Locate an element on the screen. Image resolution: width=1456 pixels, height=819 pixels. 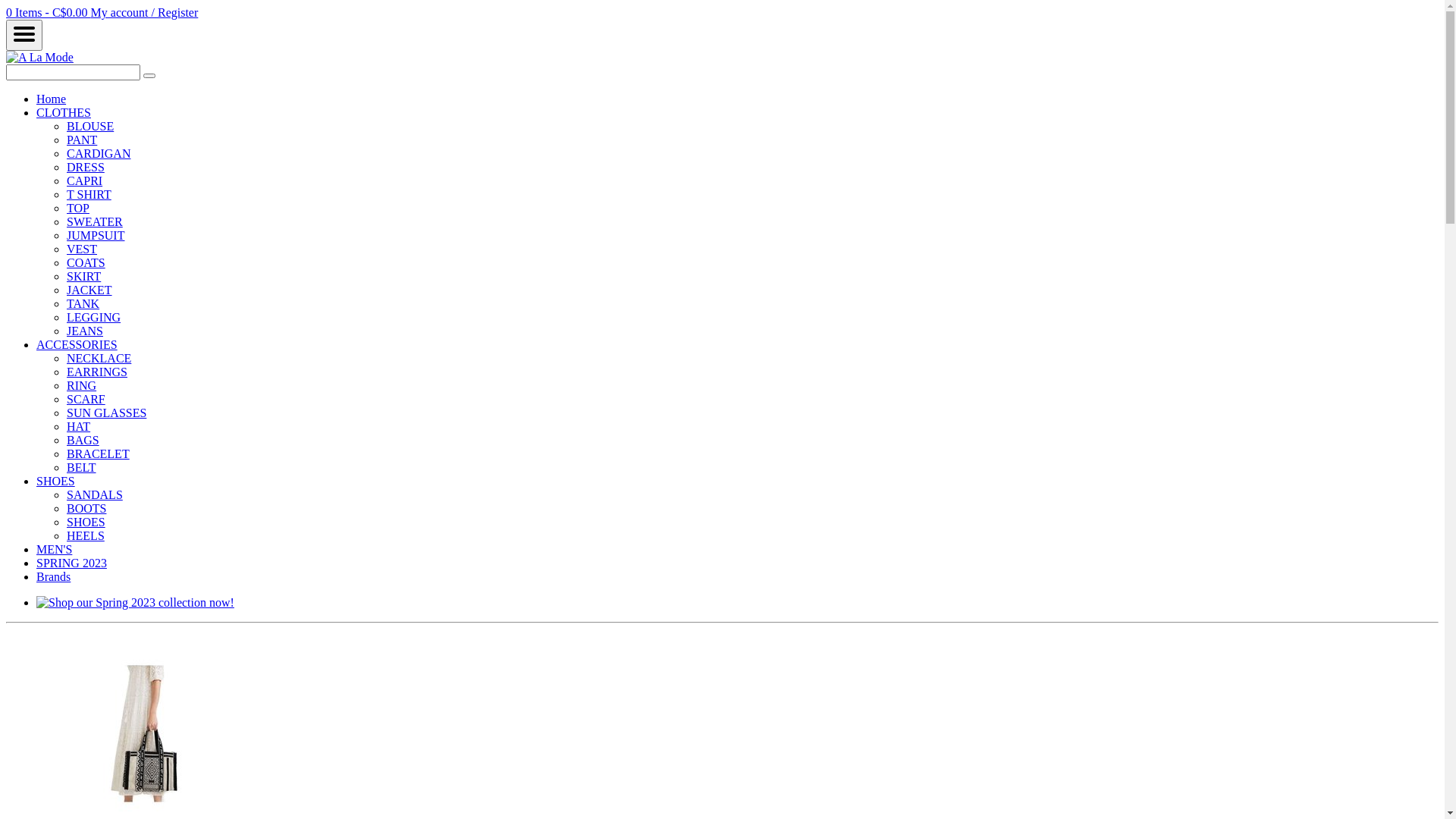
'BELT' is located at coordinates (65, 466).